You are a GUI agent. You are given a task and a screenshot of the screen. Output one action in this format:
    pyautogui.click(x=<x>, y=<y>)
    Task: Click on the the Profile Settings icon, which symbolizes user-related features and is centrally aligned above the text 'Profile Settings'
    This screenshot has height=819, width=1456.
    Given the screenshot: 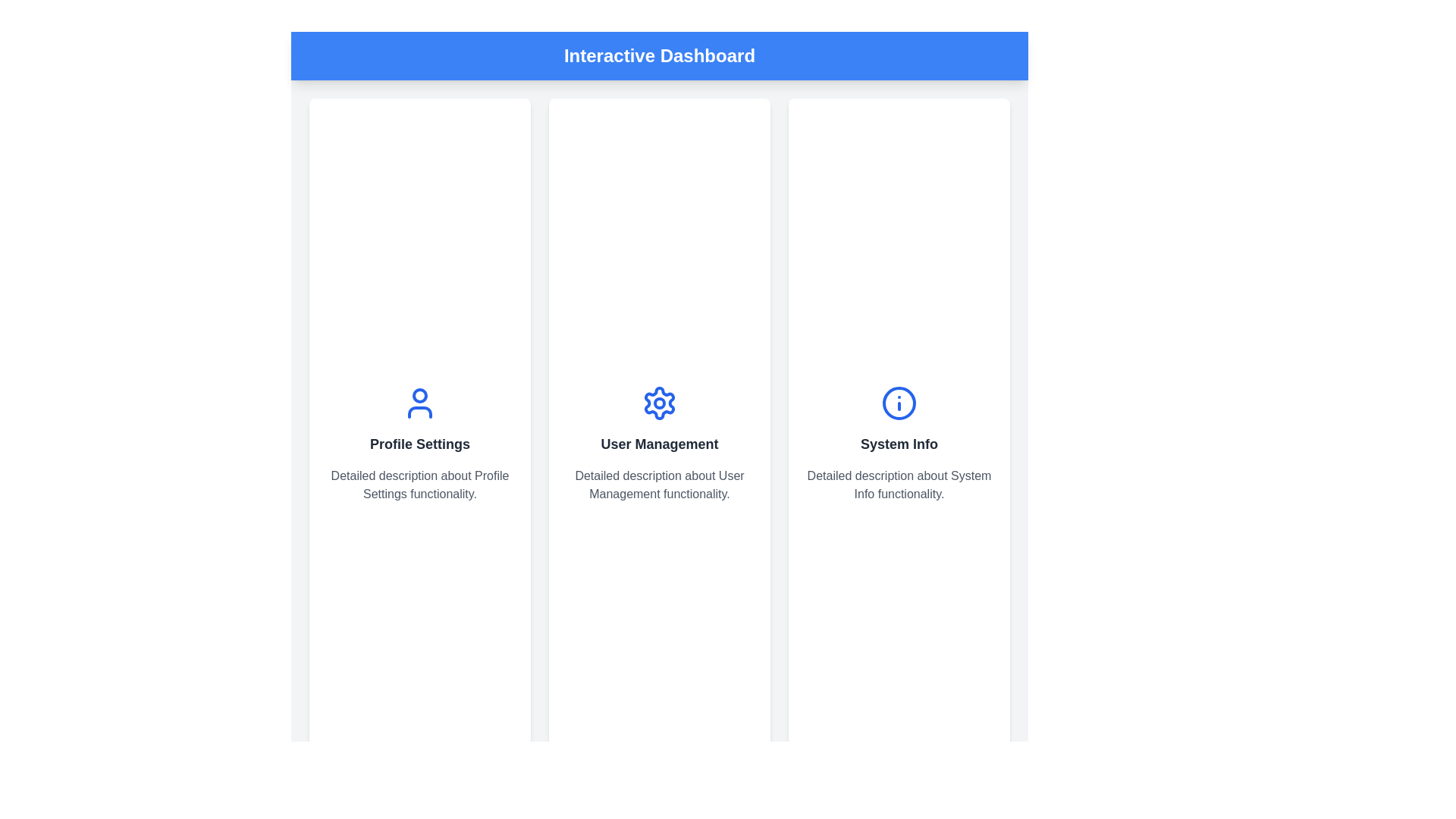 What is the action you would take?
    pyautogui.click(x=419, y=403)
    